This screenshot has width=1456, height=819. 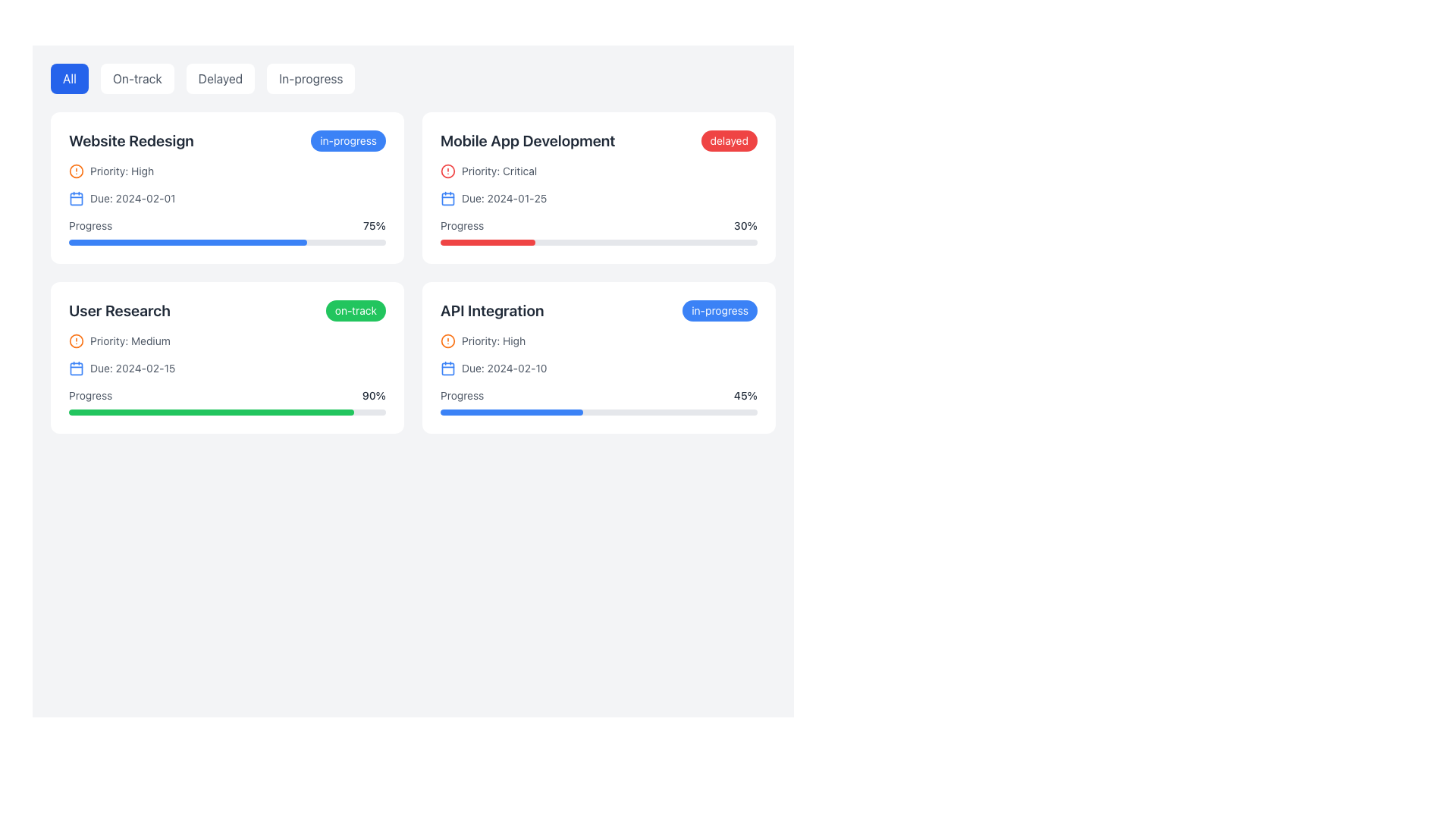 I want to click on the 'User Research' task title and its current status 'on-track' displayed in the top-left area of the second card in the grid layout, so click(x=226, y=309).